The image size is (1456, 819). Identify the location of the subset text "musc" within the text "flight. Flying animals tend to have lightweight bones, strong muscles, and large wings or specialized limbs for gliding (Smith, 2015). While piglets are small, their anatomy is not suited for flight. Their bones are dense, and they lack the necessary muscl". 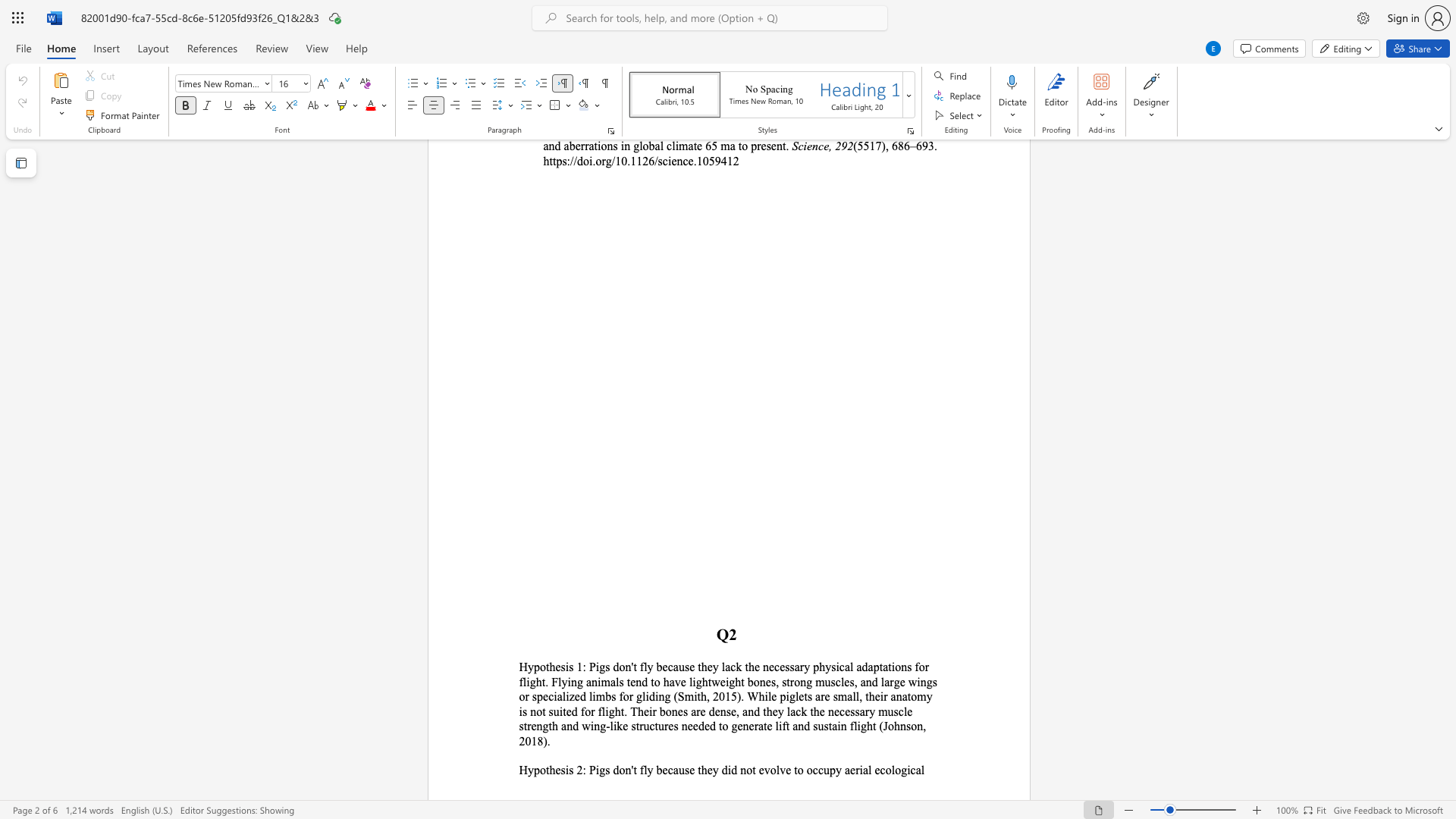
(878, 711).